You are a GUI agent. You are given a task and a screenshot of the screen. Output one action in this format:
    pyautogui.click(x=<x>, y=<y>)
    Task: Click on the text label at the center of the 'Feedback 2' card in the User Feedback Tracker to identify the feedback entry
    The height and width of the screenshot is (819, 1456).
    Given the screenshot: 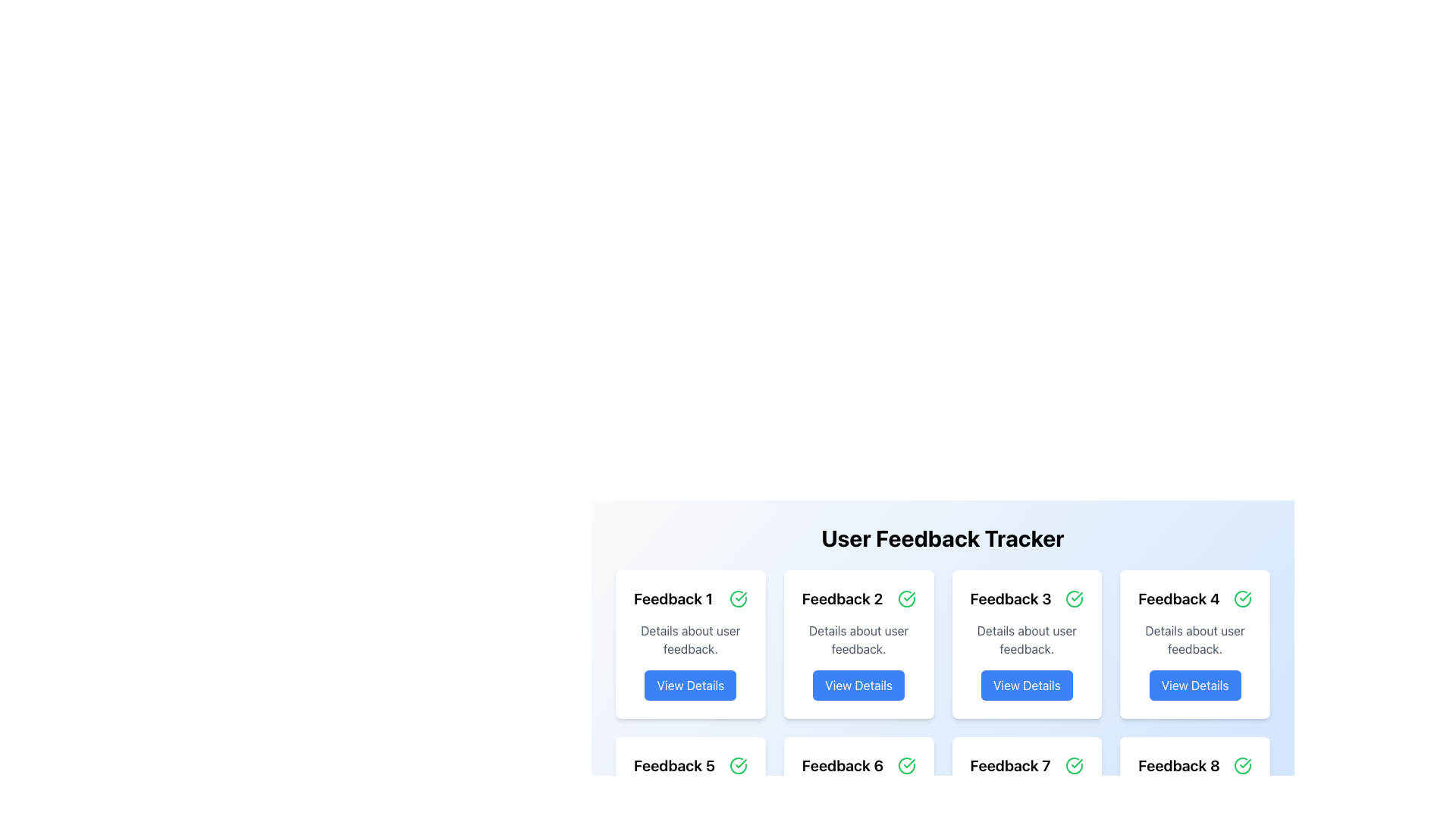 What is the action you would take?
    pyautogui.click(x=842, y=598)
    